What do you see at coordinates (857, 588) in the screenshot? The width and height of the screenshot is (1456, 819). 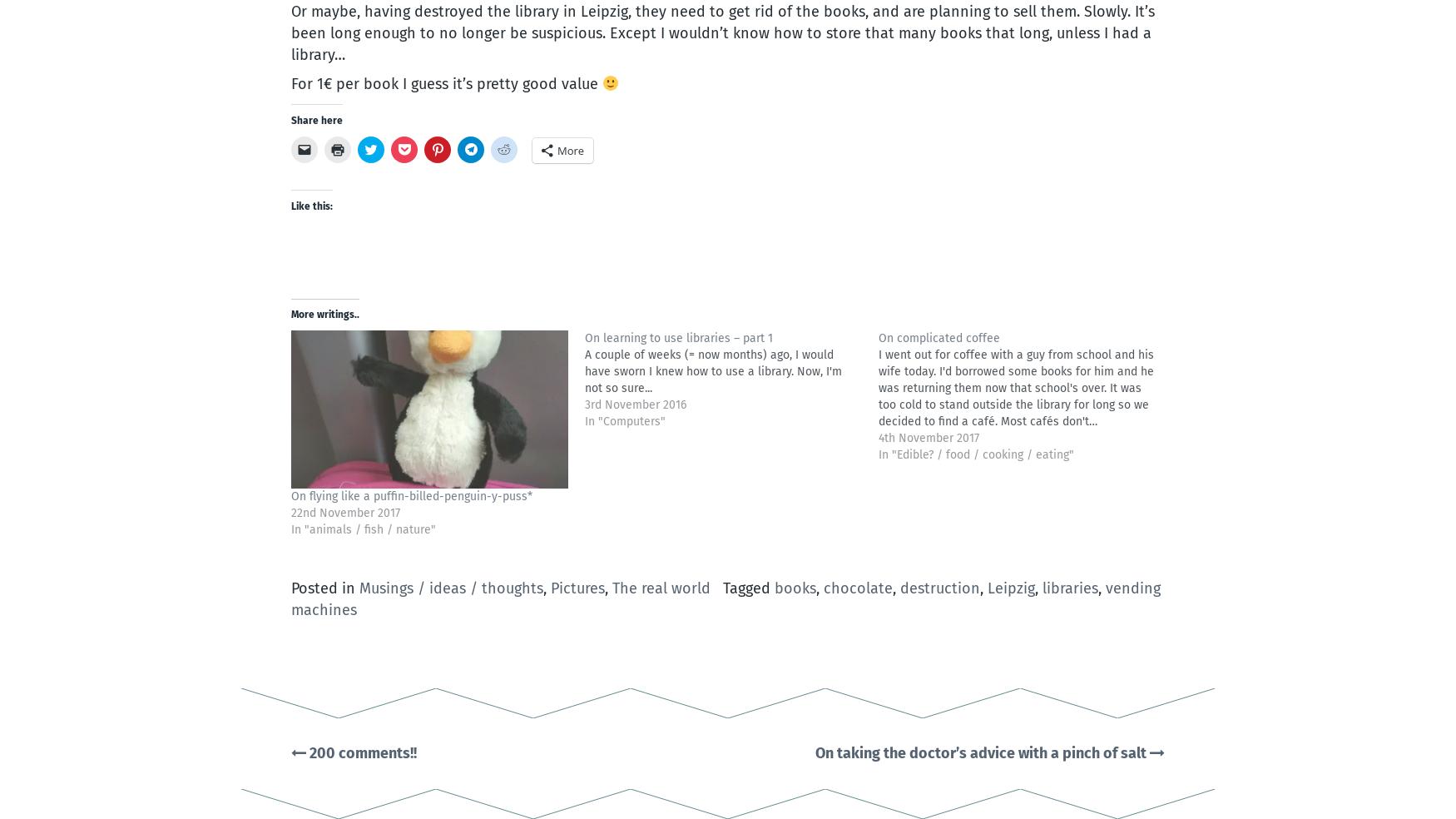 I see `'chocolate'` at bounding box center [857, 588].